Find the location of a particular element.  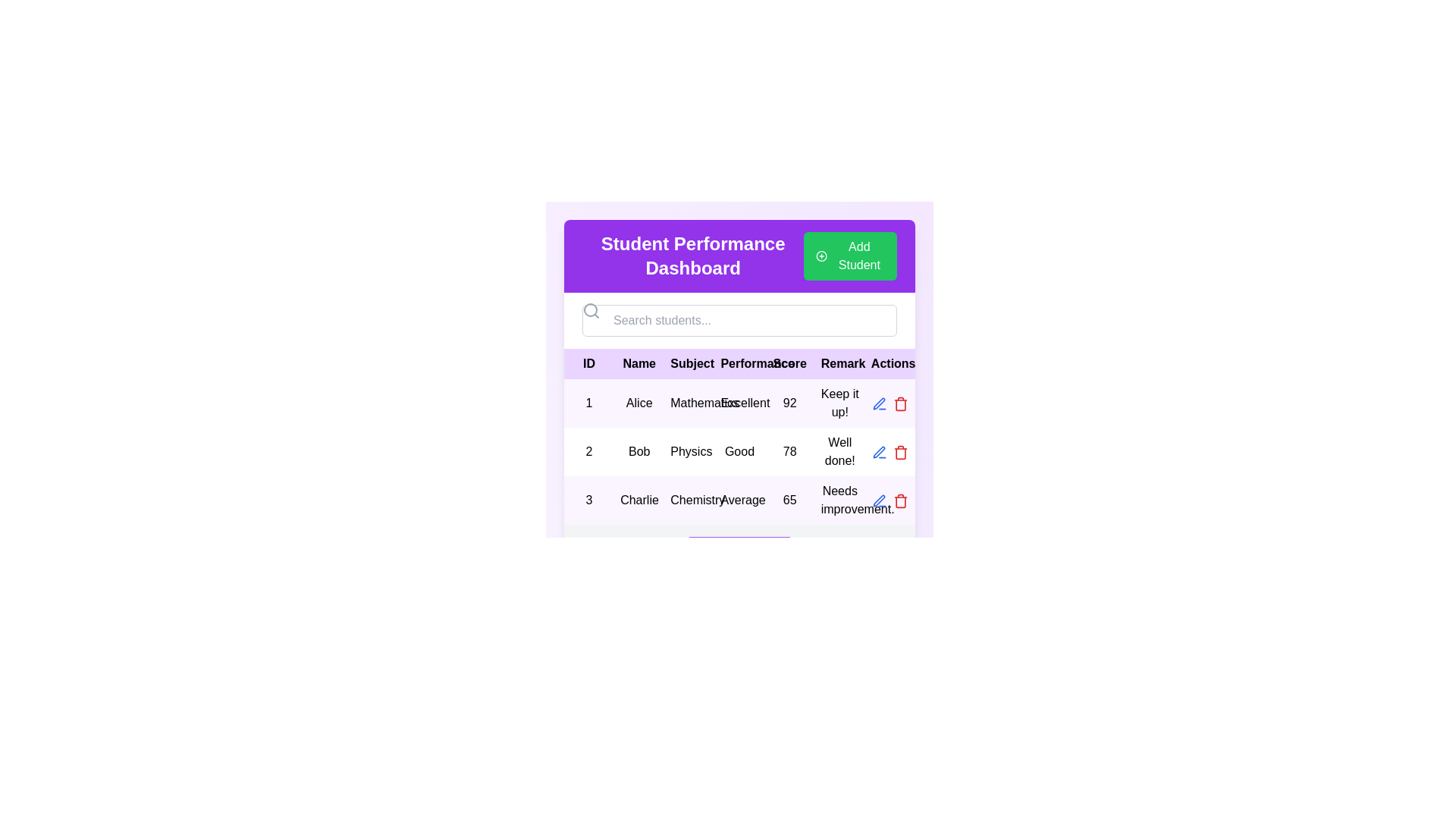

the Text component that provides remarks related to Bob's performance in Physics, located in the second row of the table in the 'Remarks' column is located at coordinates (839, 451).